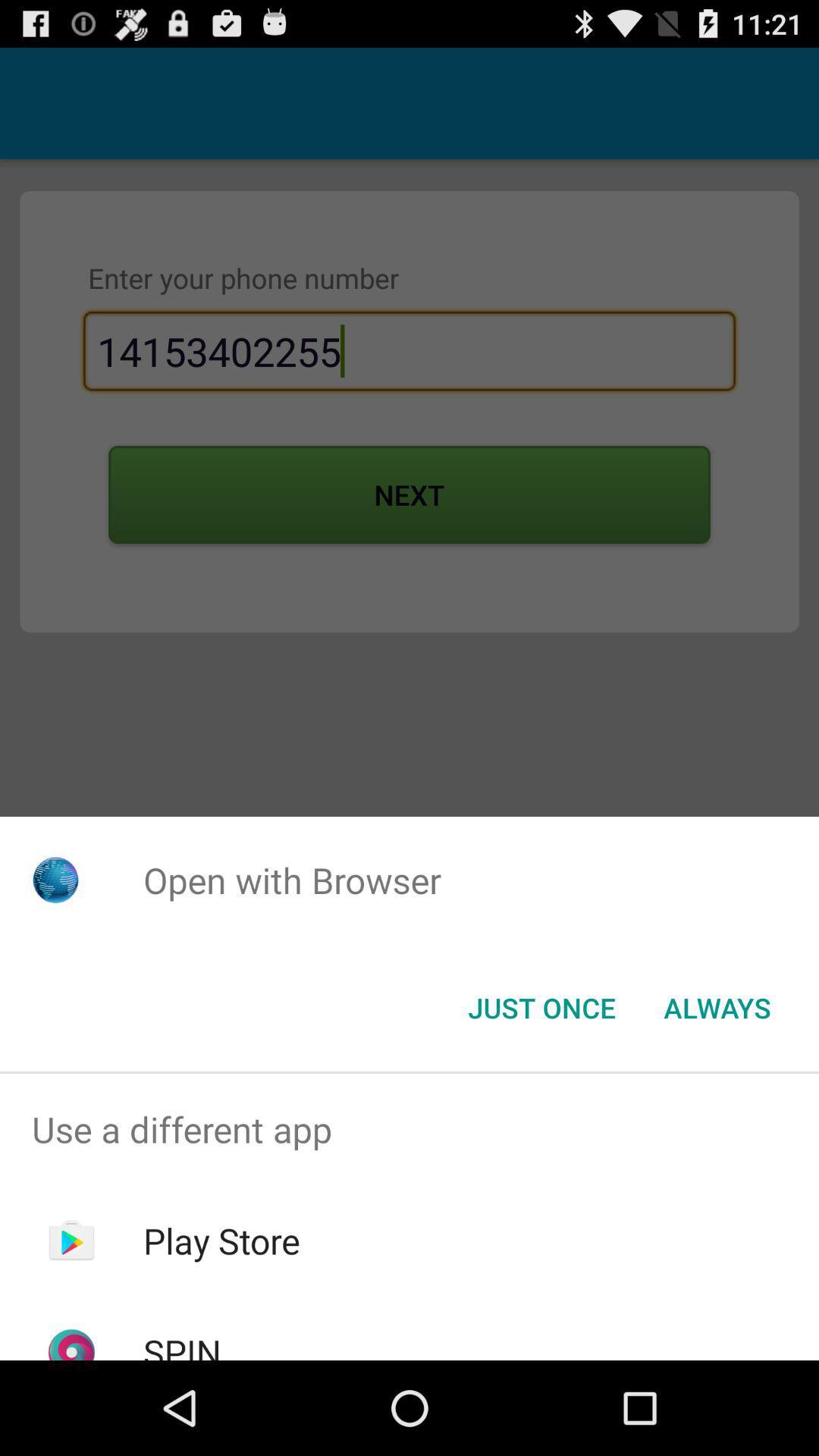  What do you see at coordinates (181, 1344) in the screenshot?
I see `item below the play store item` at bounding box center [181, 1344].